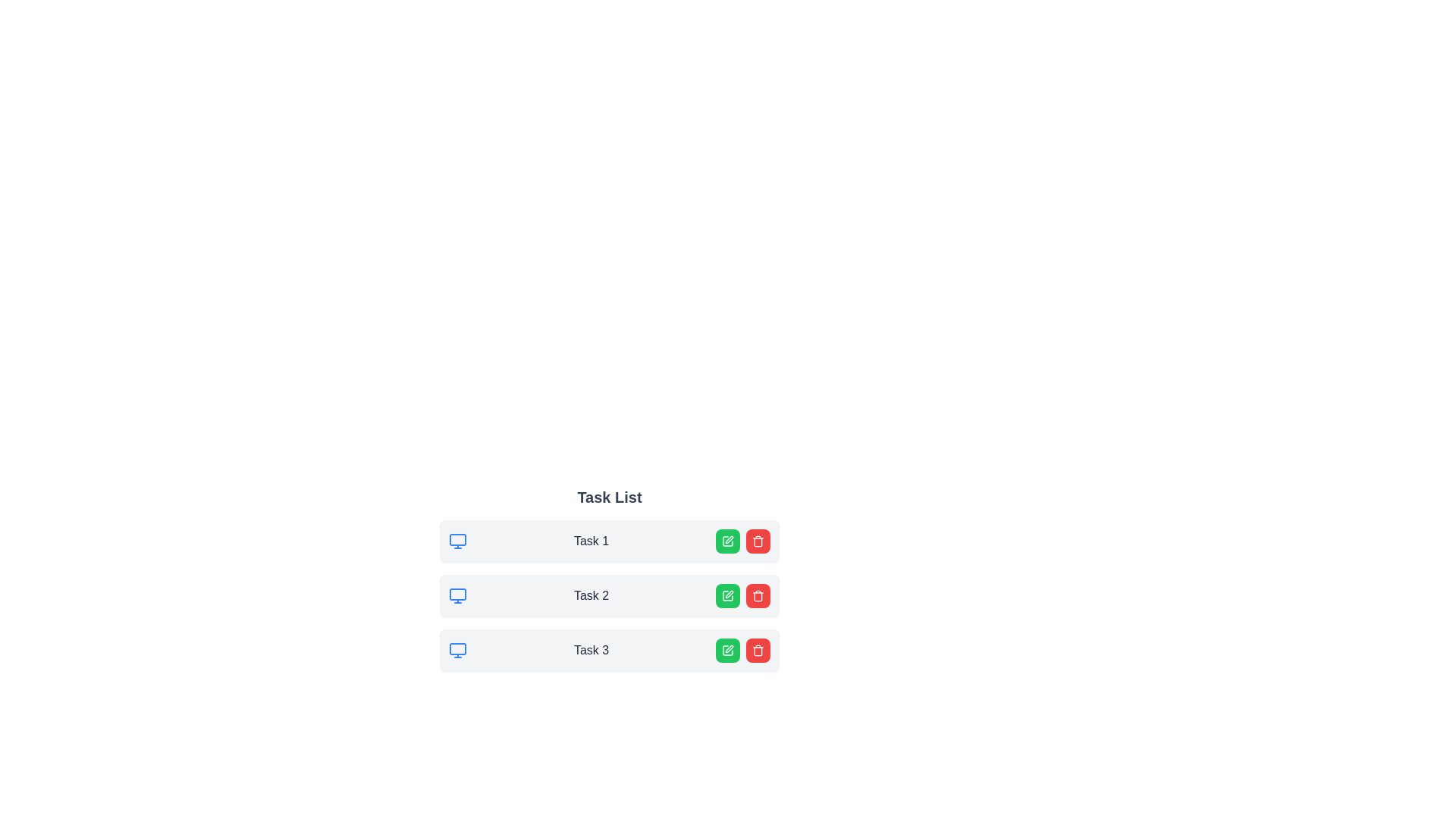  Describe the element at coordinates (610, 649) in the screenshot. I see `the third task item in the 'Task List'` at that location.